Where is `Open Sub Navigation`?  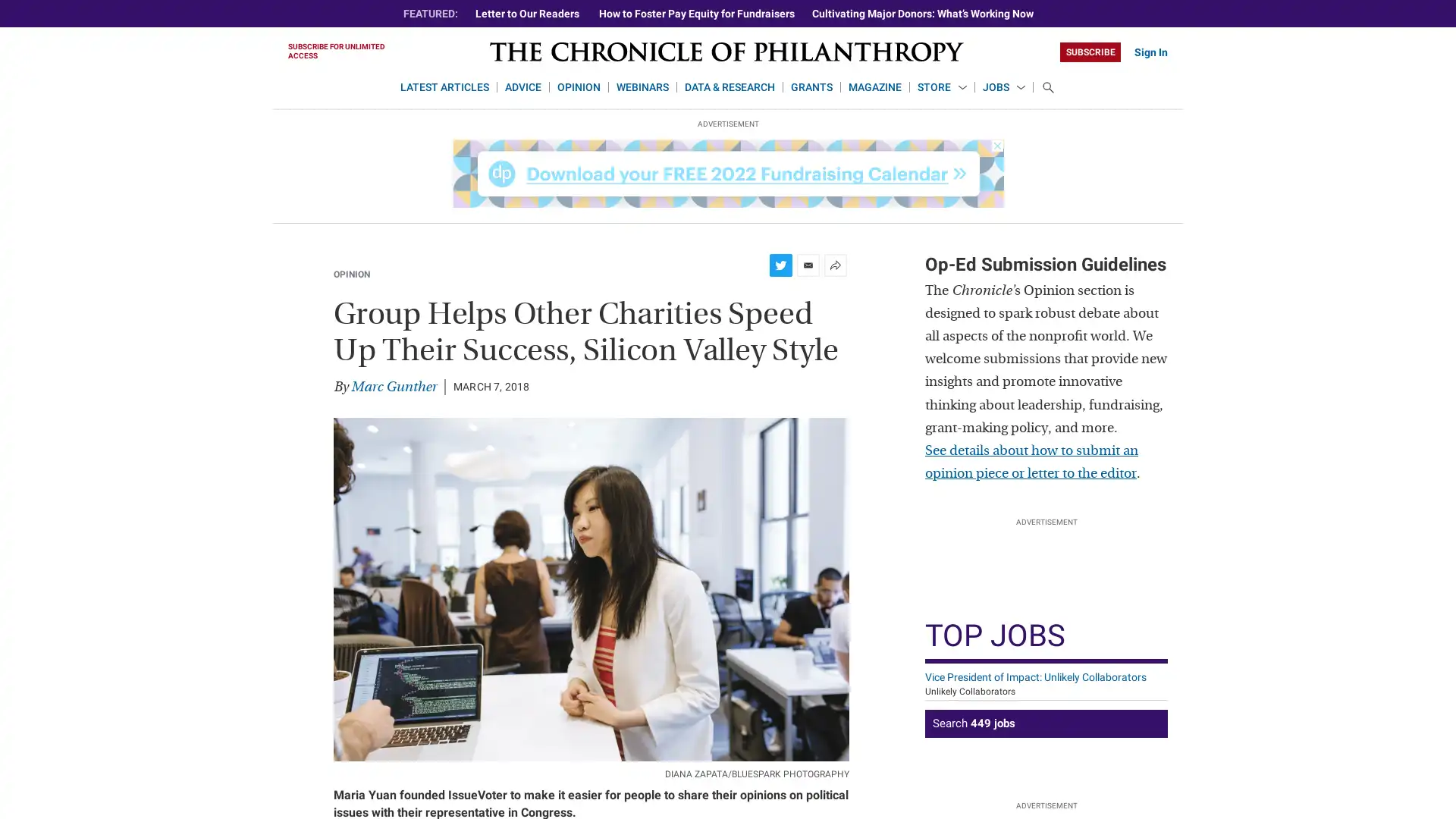
Open Sub Navigation is located at coordinates (1020, 88).